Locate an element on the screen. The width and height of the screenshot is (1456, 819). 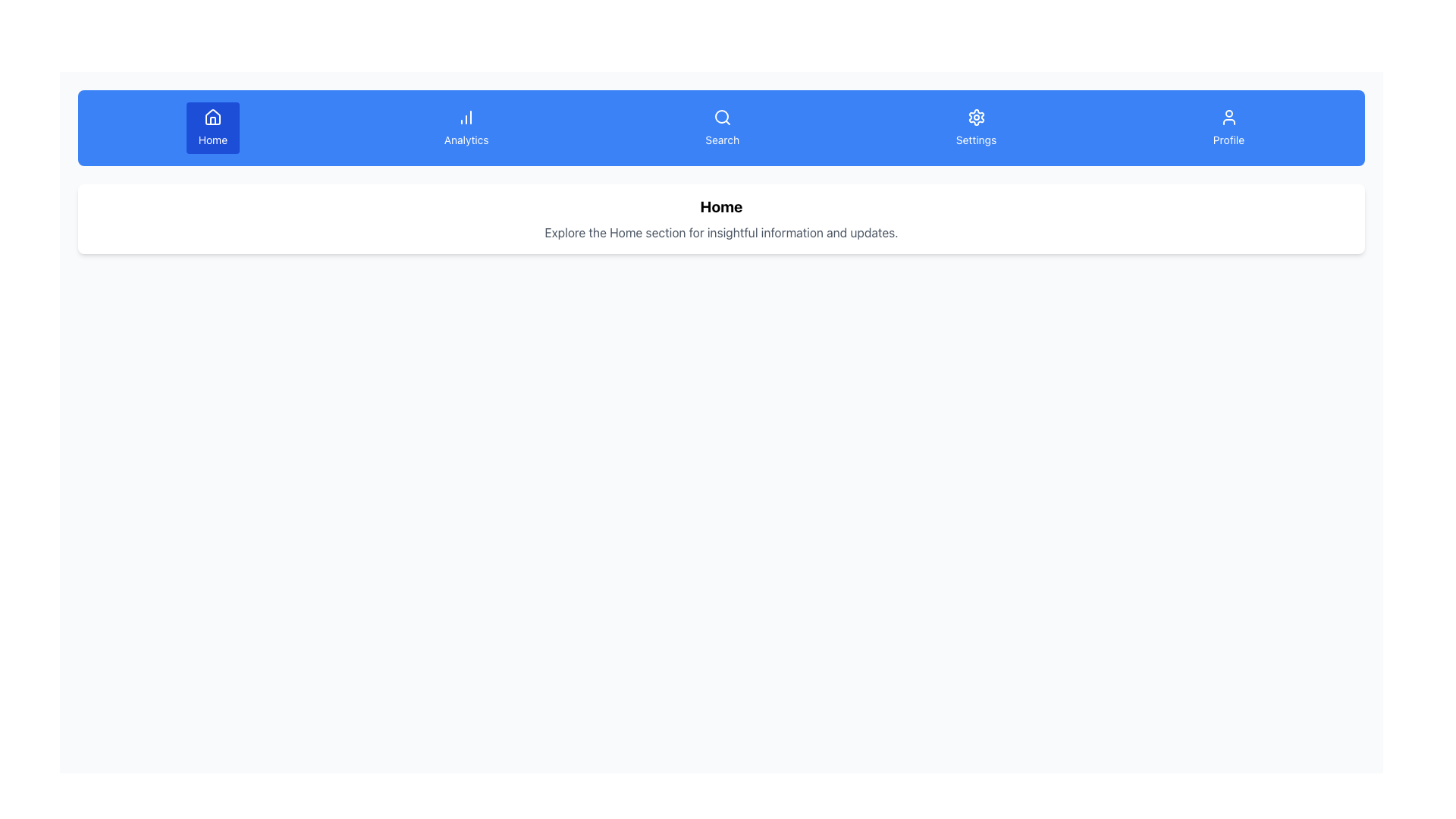
the 'Analytics' button, which features a vertical bar chart icon and is located in the horizontal navigation bar is located at coordinates (466, 127).